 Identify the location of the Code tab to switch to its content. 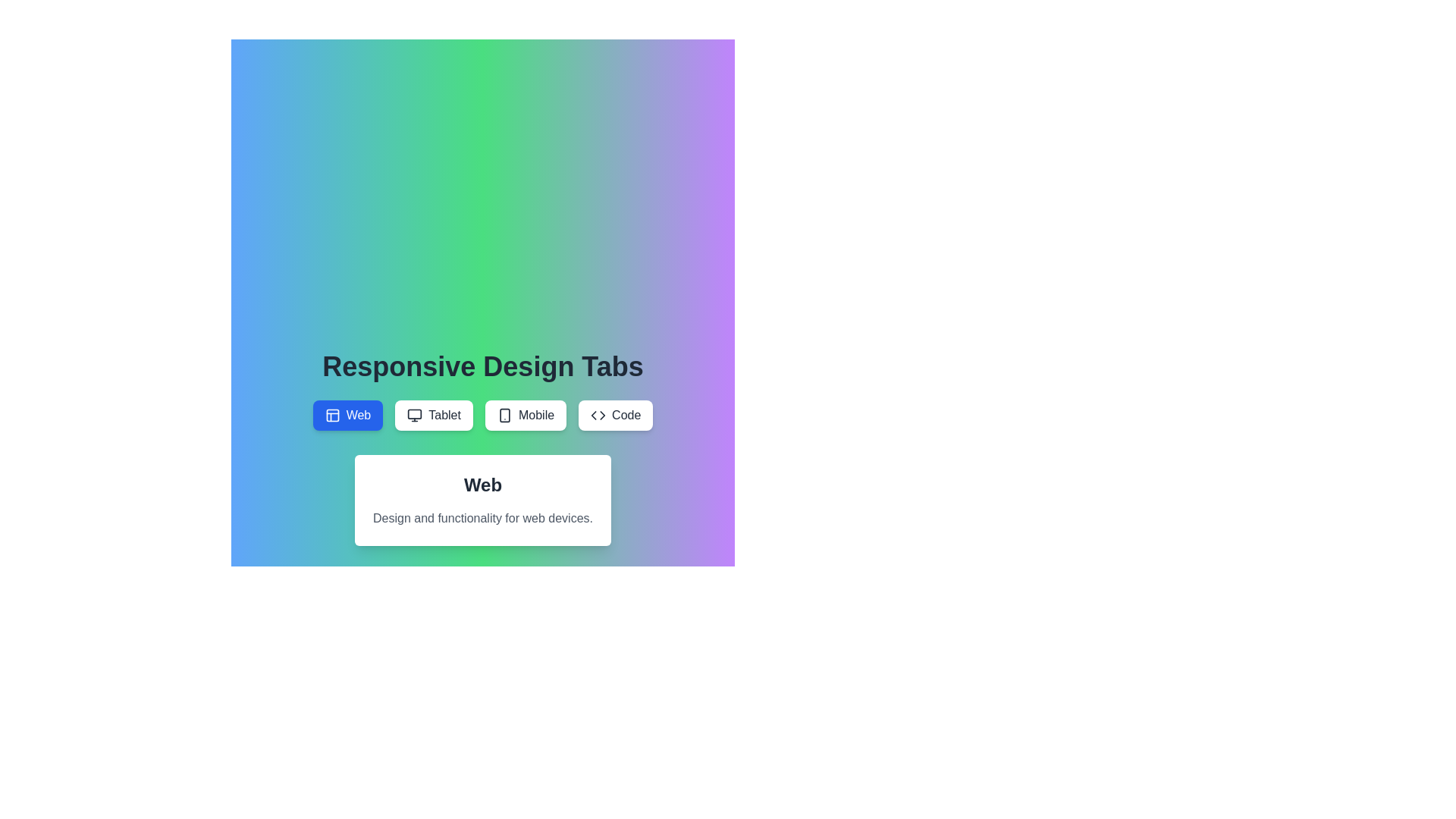
(616, 415).